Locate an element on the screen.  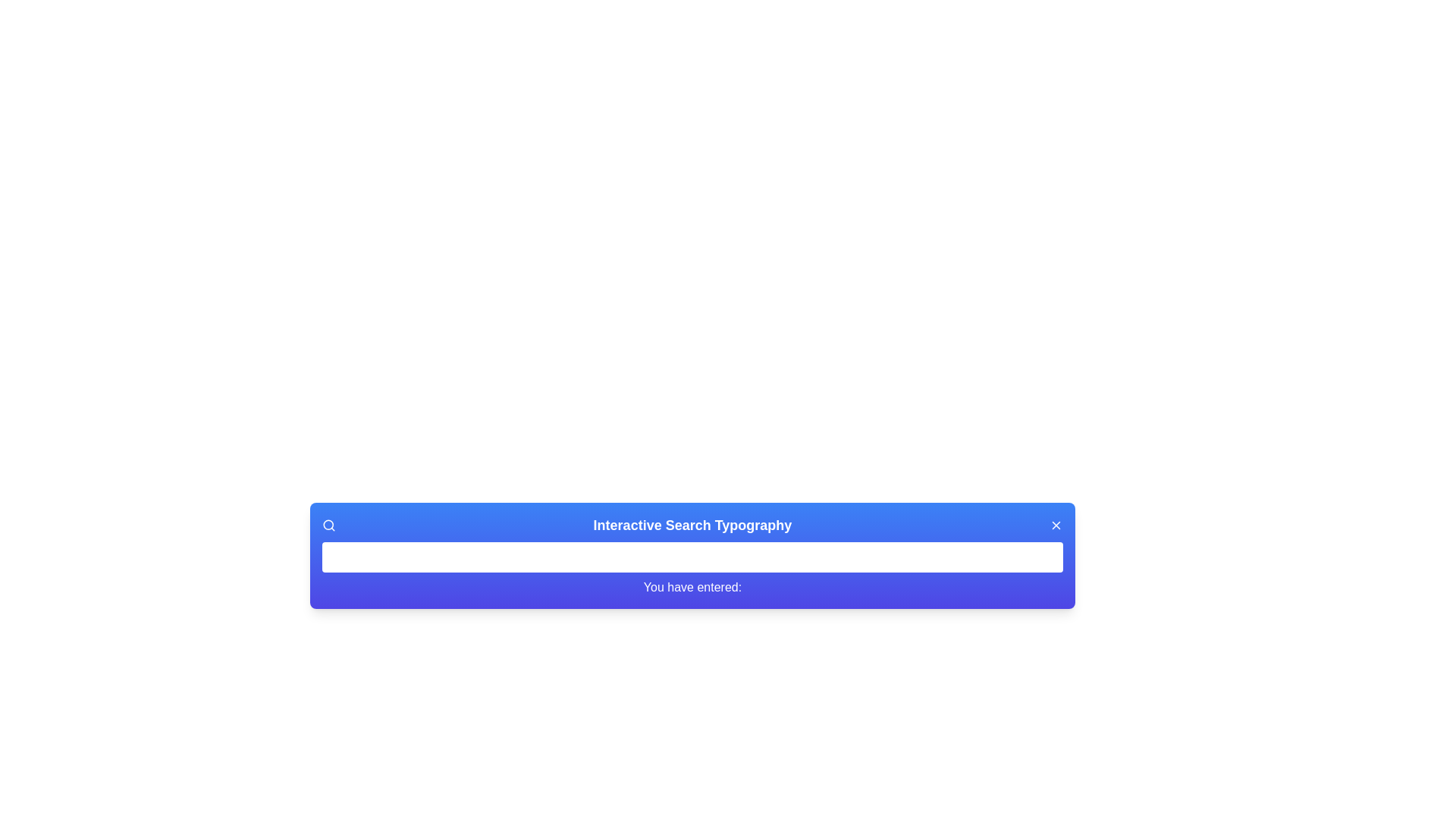
the Search Icon, which is a magnifying glass icon with a white stroke on a blue rounded background is located at coordinates (328, 525).